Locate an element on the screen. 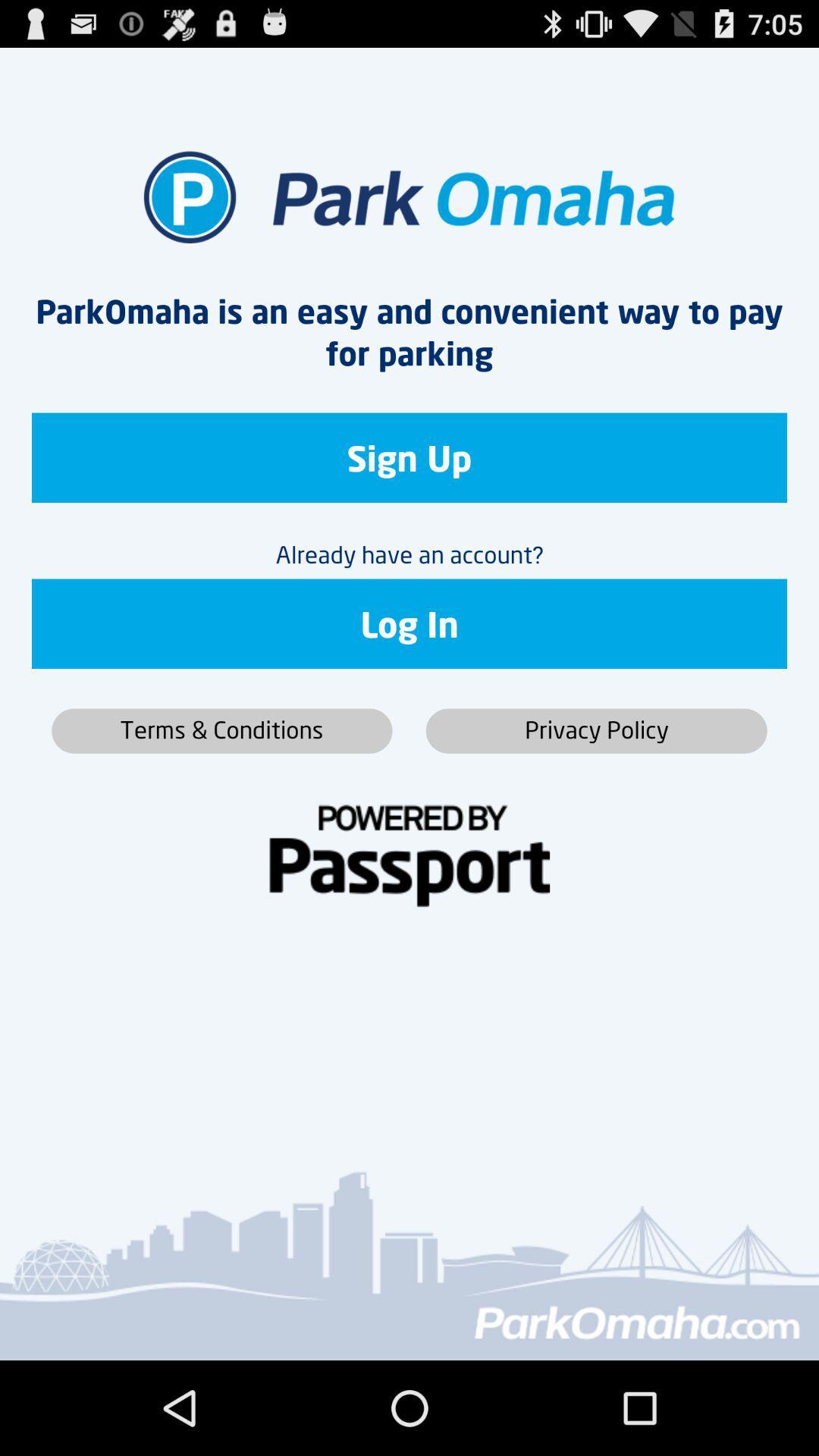 This screenshot has height=1456, width=819. the terms & conditions on the left is located at coordinates (221, 731).